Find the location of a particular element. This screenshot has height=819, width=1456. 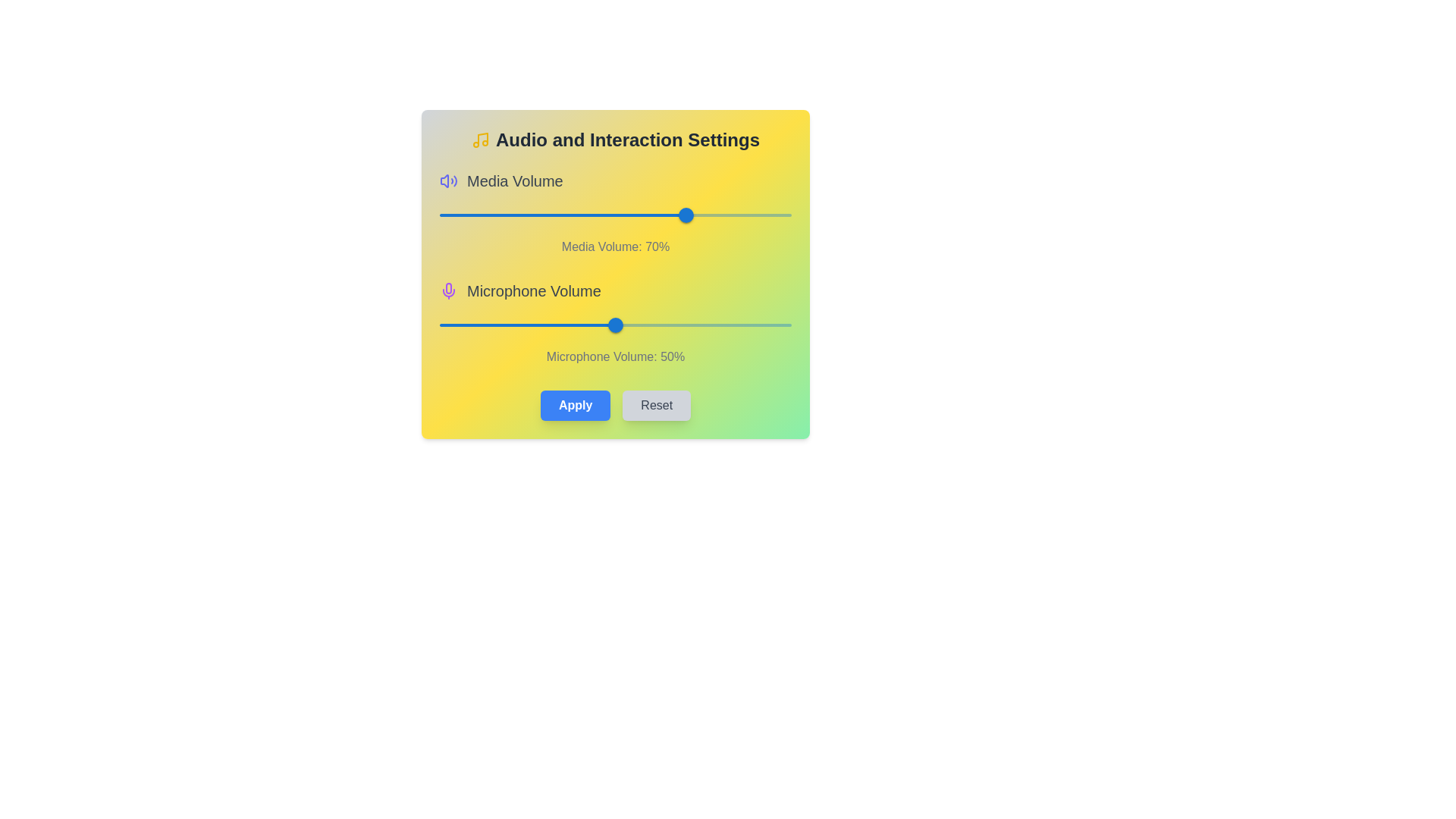

the slider value is located at coordinates (633, 215).